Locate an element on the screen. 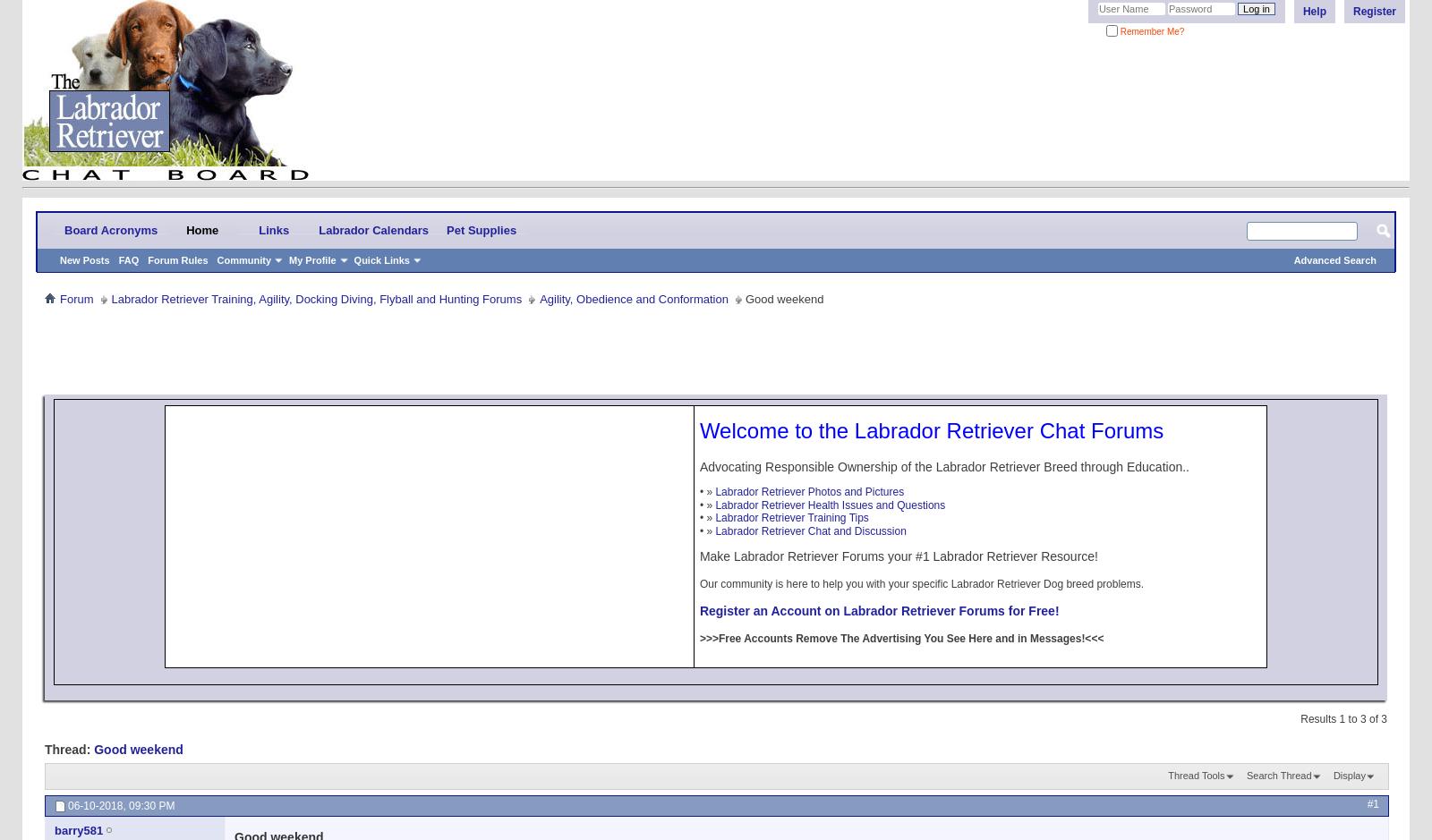  'Quick Links' is located at coordinates (379, 259).